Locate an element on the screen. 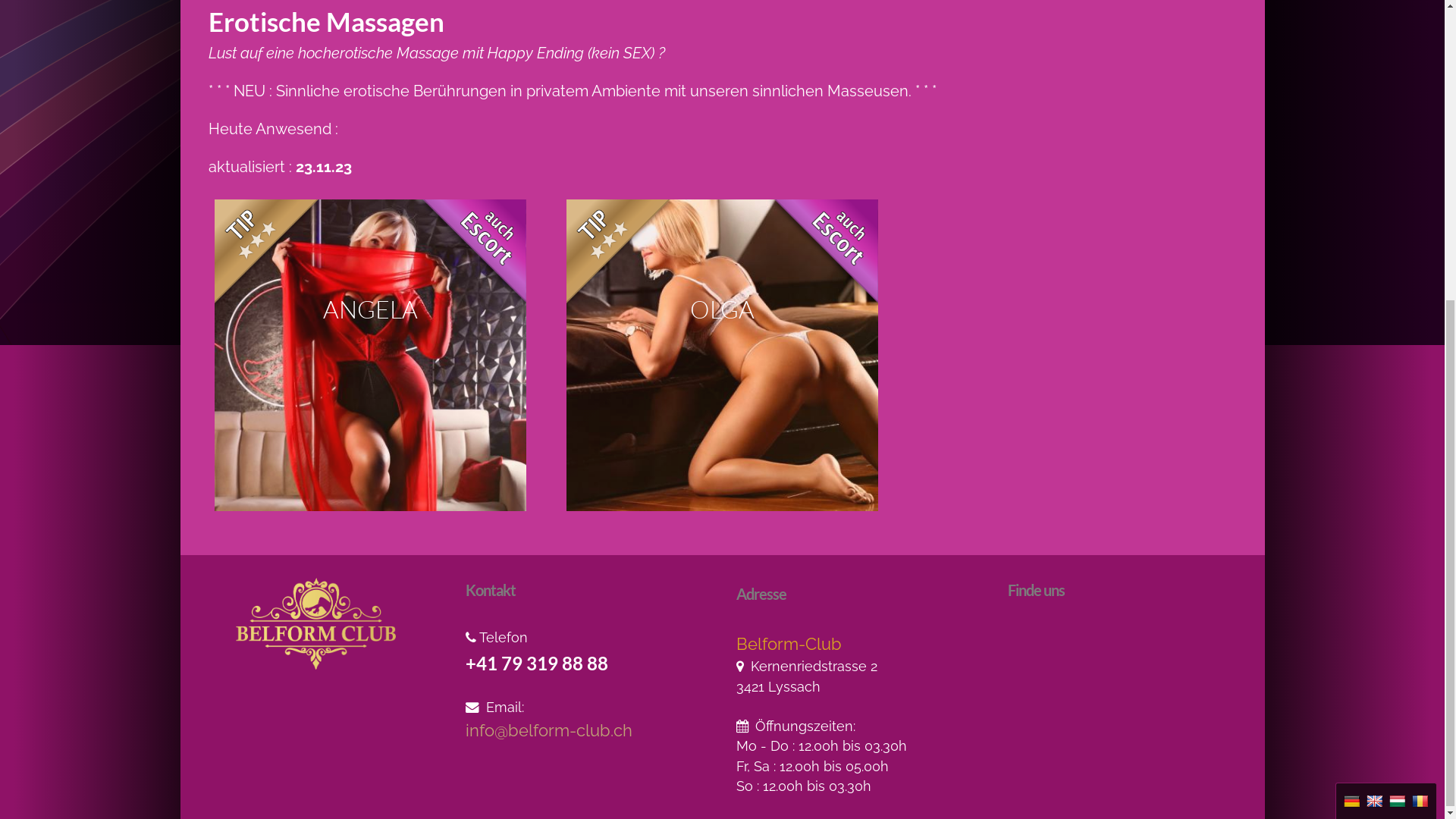 This screenshot has height=819, width=1456. 'Preise is located at coordinates (691, 25).